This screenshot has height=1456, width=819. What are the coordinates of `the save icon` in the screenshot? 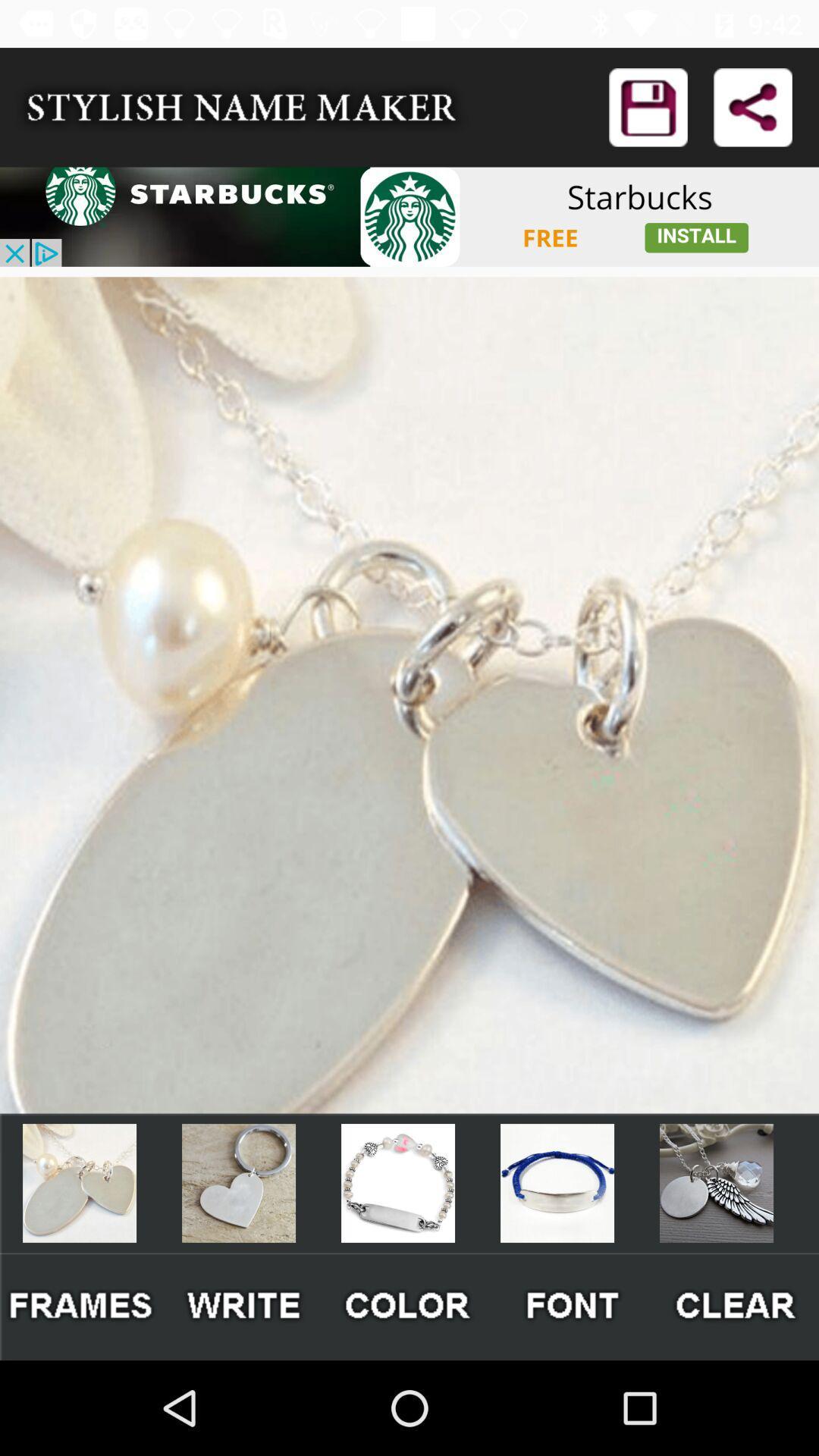 It's located at (648, 106).